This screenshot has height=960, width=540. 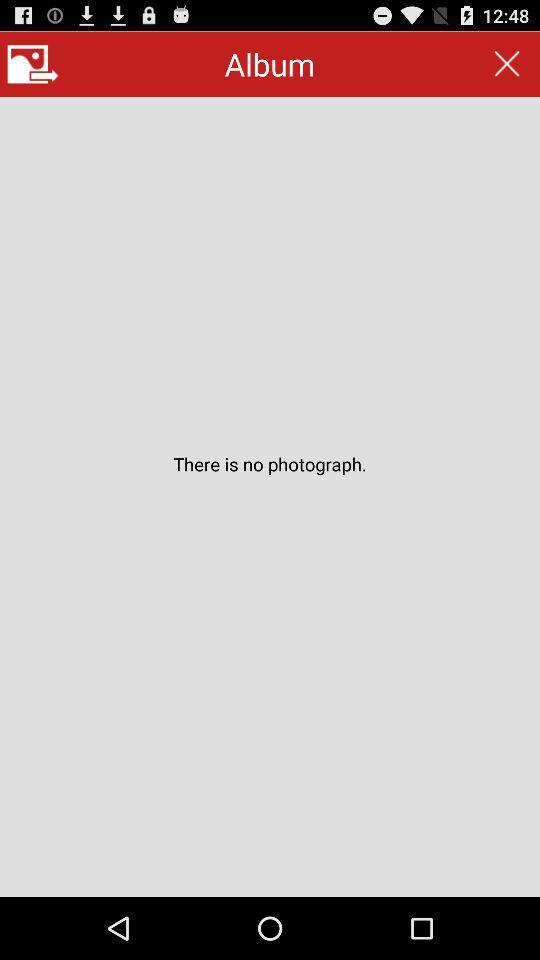 I want to click on item next to album app, so click(x=31, y=64).